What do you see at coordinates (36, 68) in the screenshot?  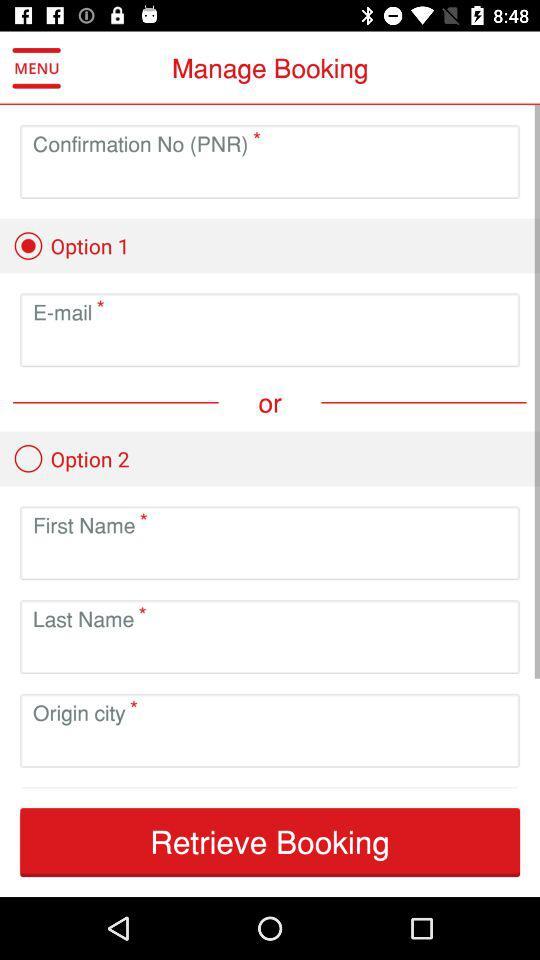 I see `icon to the left of manage booking icon` at bounding box center [36, 68].